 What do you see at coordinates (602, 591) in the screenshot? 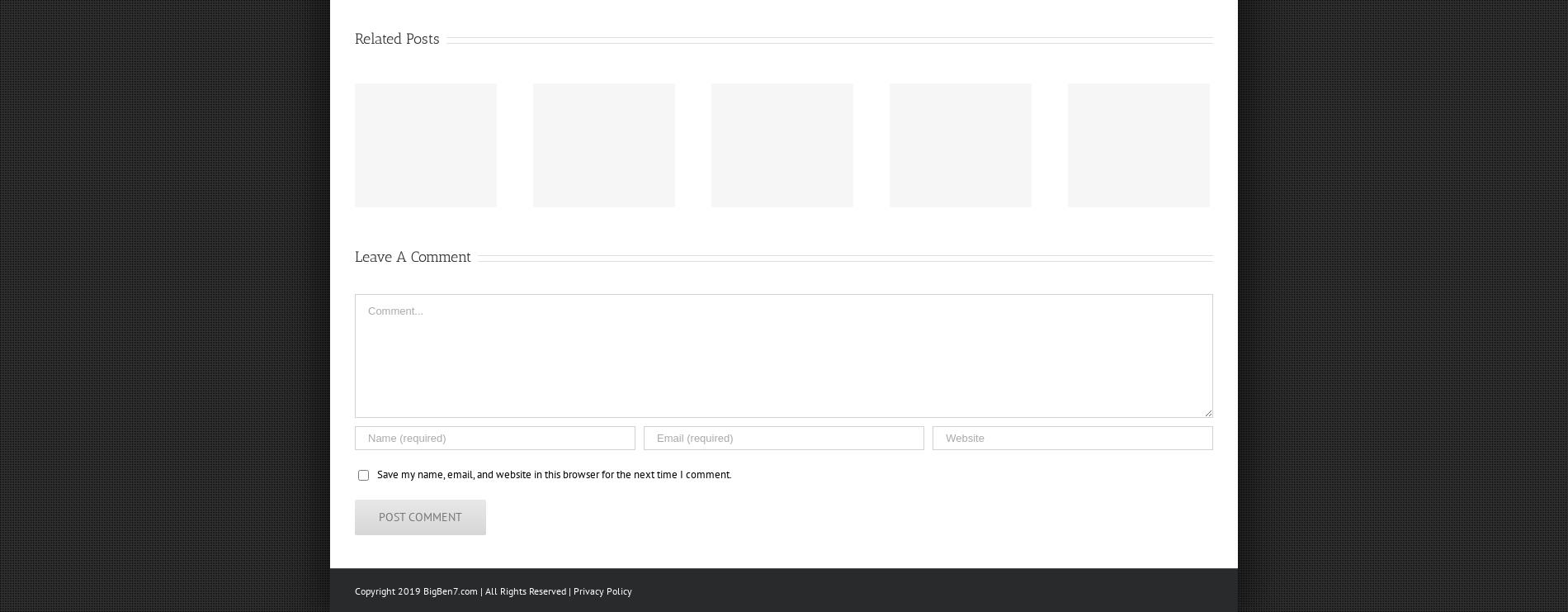
I see `'Privacy Policy'` at bounding box center [602, 591].